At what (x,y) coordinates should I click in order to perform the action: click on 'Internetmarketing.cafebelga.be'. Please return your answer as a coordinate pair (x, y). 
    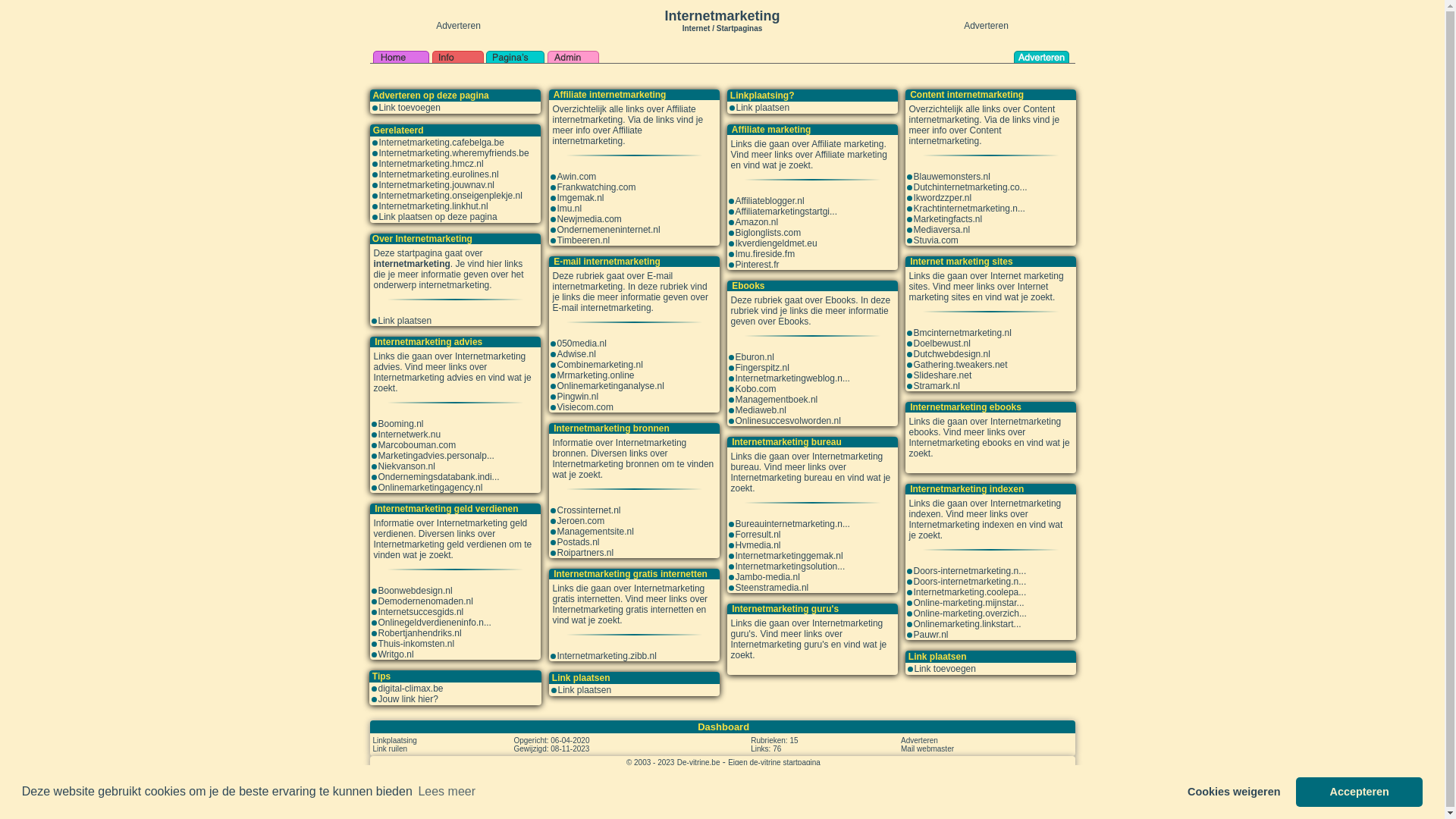
    Looking at the image, I should click on (441, 143).